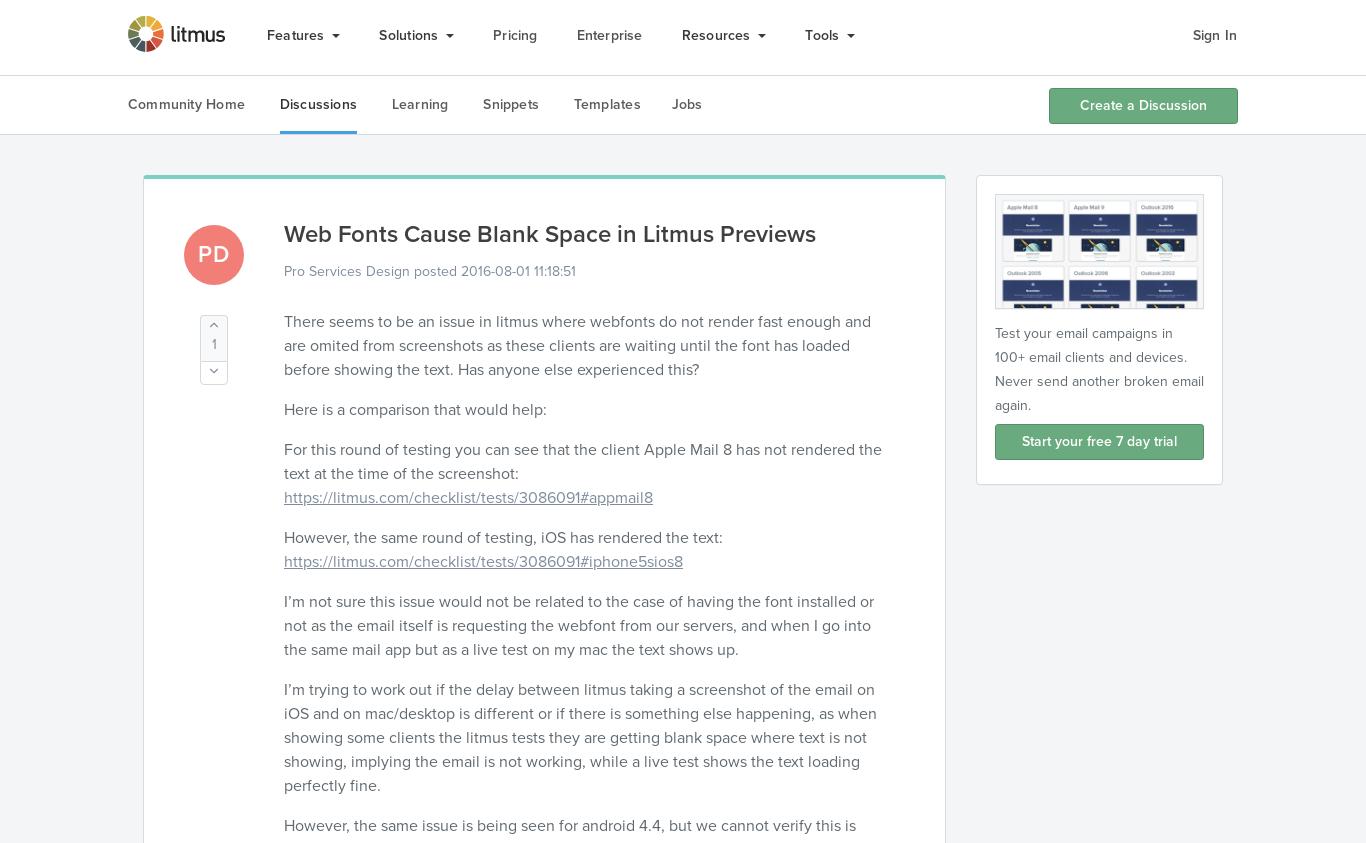 The width and height of the screenshot is (1366, 843). Describe the element at coordinates (414, 409) in the screenshot. I see `'Here is a comparison that would help:'` at that location.